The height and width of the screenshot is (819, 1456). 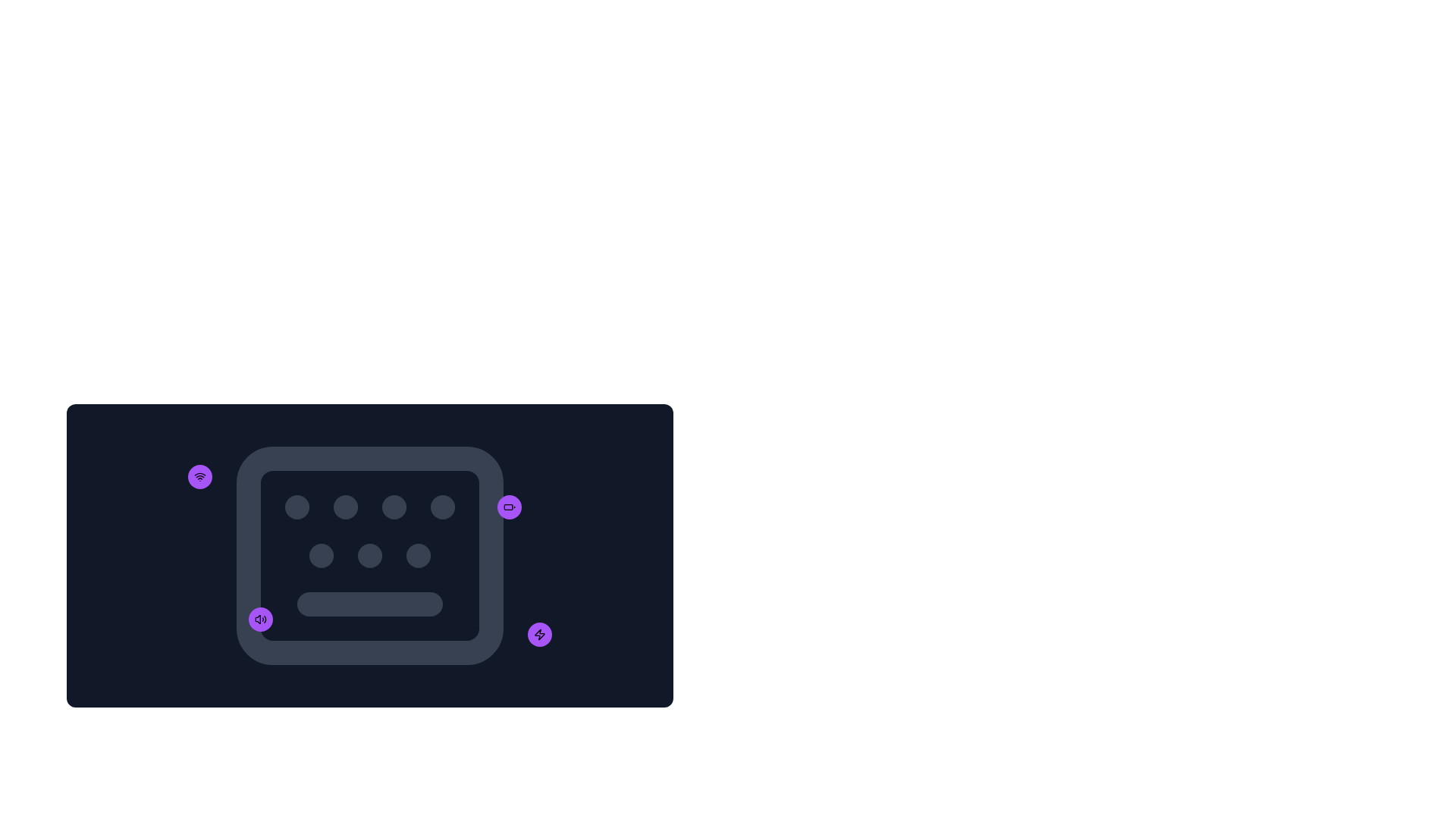 What do you see at coordinates (539, 635) in the screenshot?
I see `the energy activation button located at the bottom-right corner, indicated by a lightning bolt icon` at bounding box center [539, 635].